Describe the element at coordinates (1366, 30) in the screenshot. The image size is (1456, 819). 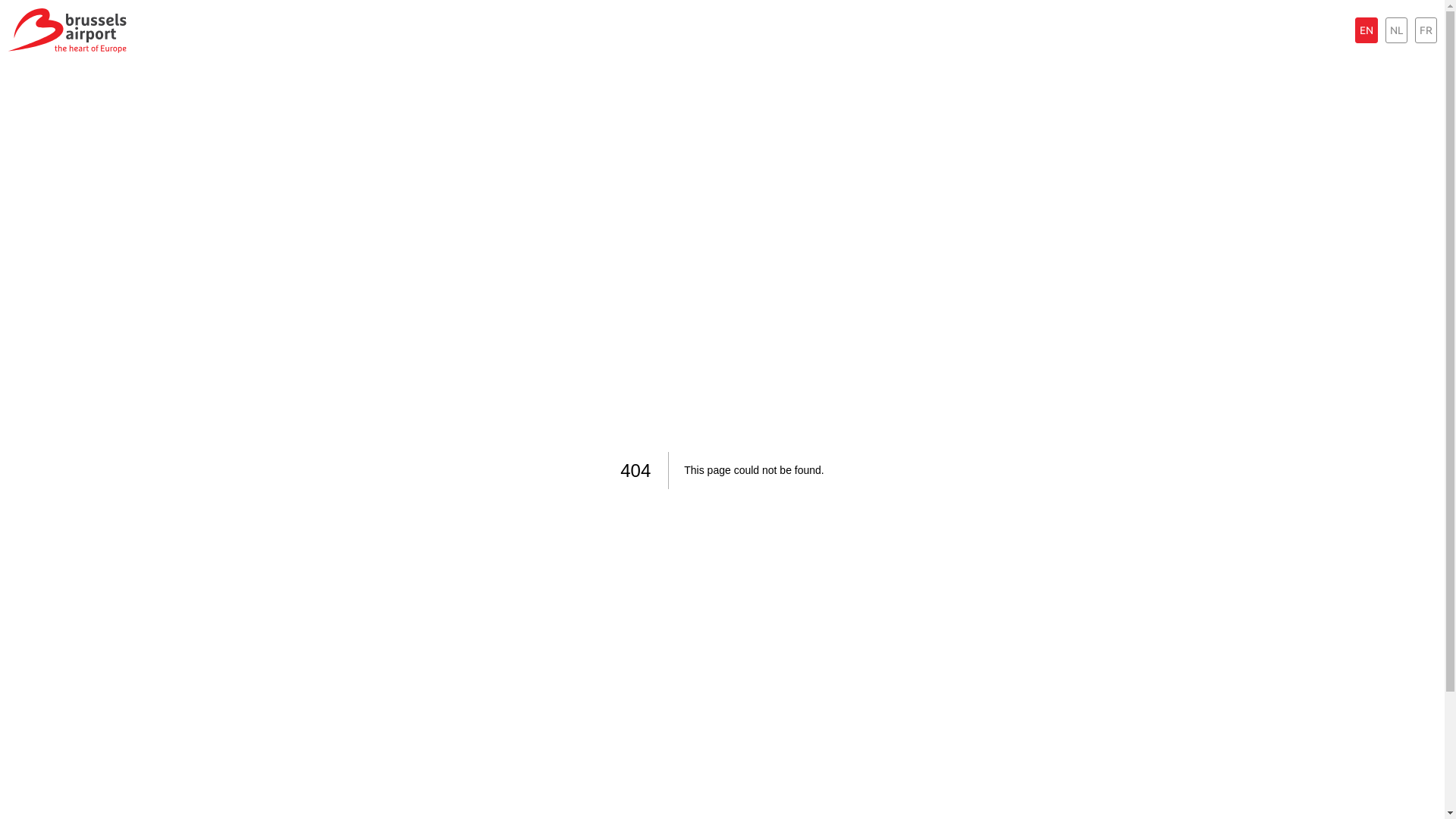
I see `'EN'` at that location.